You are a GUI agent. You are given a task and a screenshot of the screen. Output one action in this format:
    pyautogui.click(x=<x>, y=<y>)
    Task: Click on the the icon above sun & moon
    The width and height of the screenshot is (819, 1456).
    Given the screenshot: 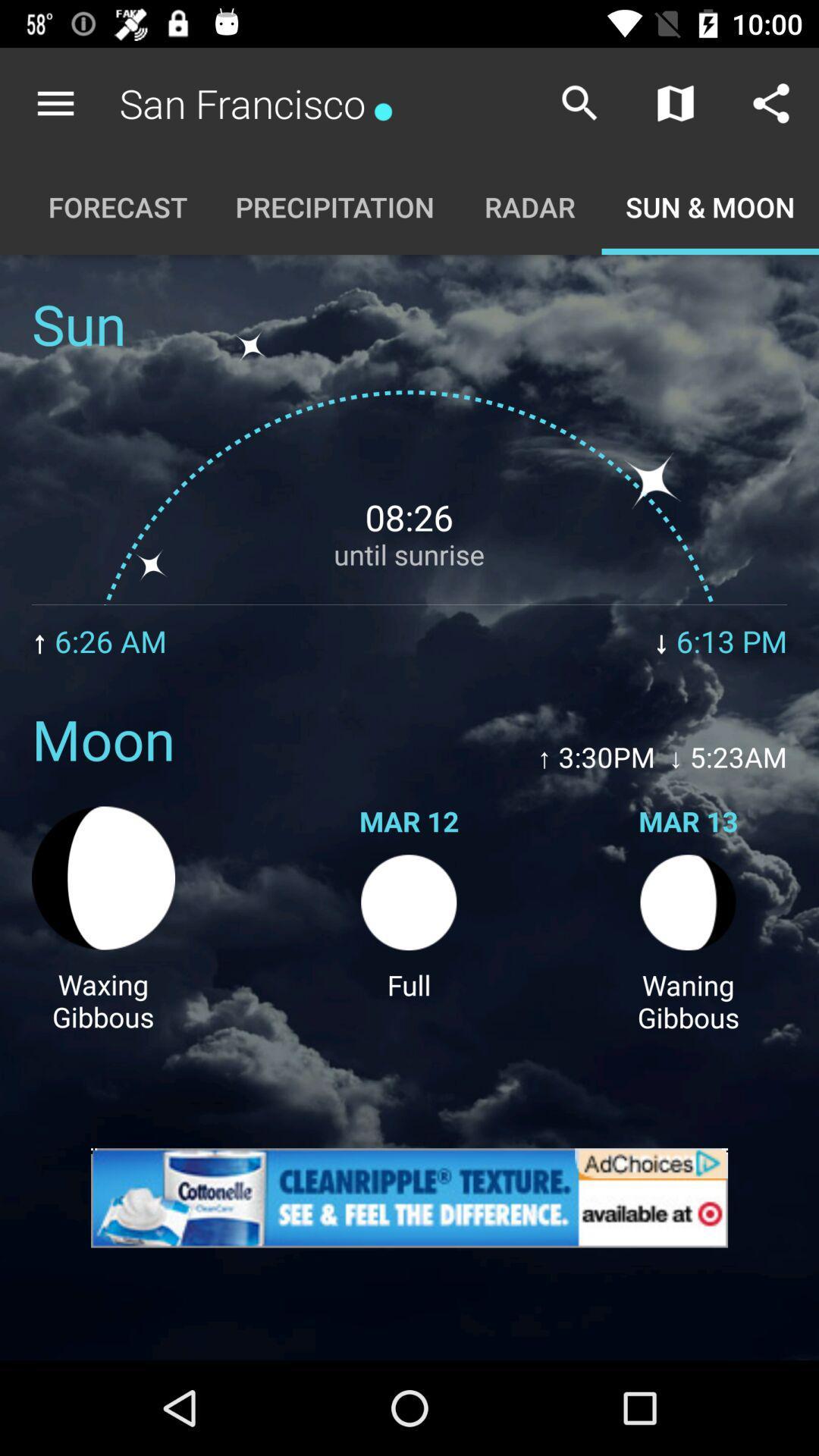 What is the action you would take?
    pyautogui.click(x=771, y=102)
    